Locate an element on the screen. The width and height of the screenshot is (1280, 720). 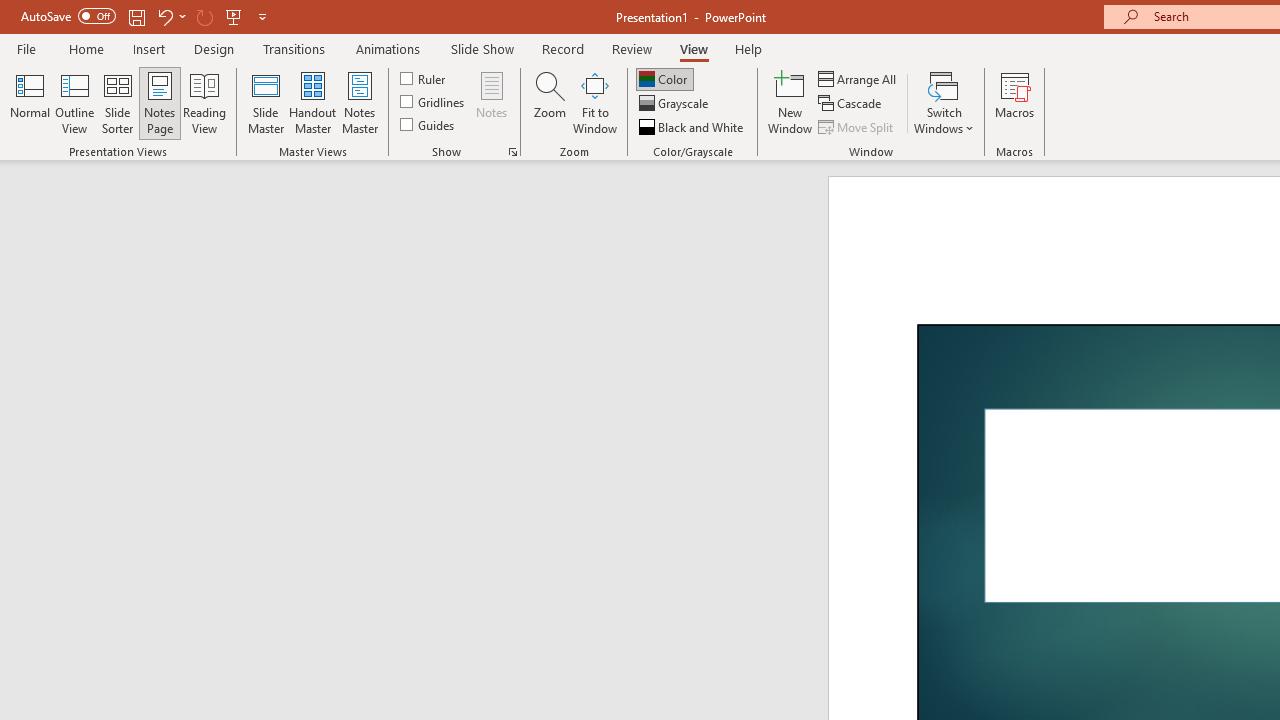
'View' is located at coordinates (693, 48).